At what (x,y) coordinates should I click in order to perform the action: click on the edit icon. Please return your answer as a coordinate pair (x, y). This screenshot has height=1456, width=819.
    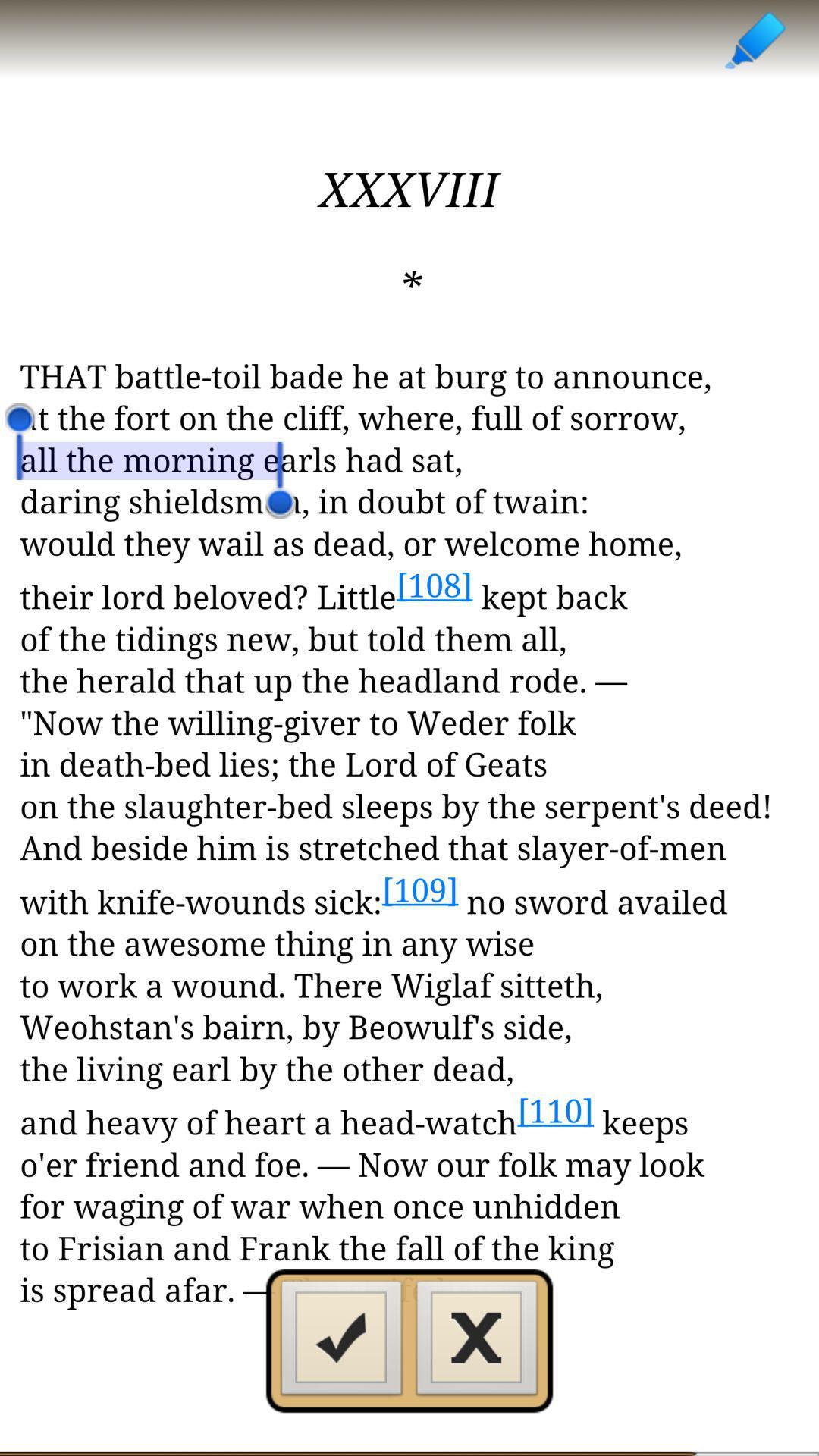
    Looking at the image, I should click on (754, 39).